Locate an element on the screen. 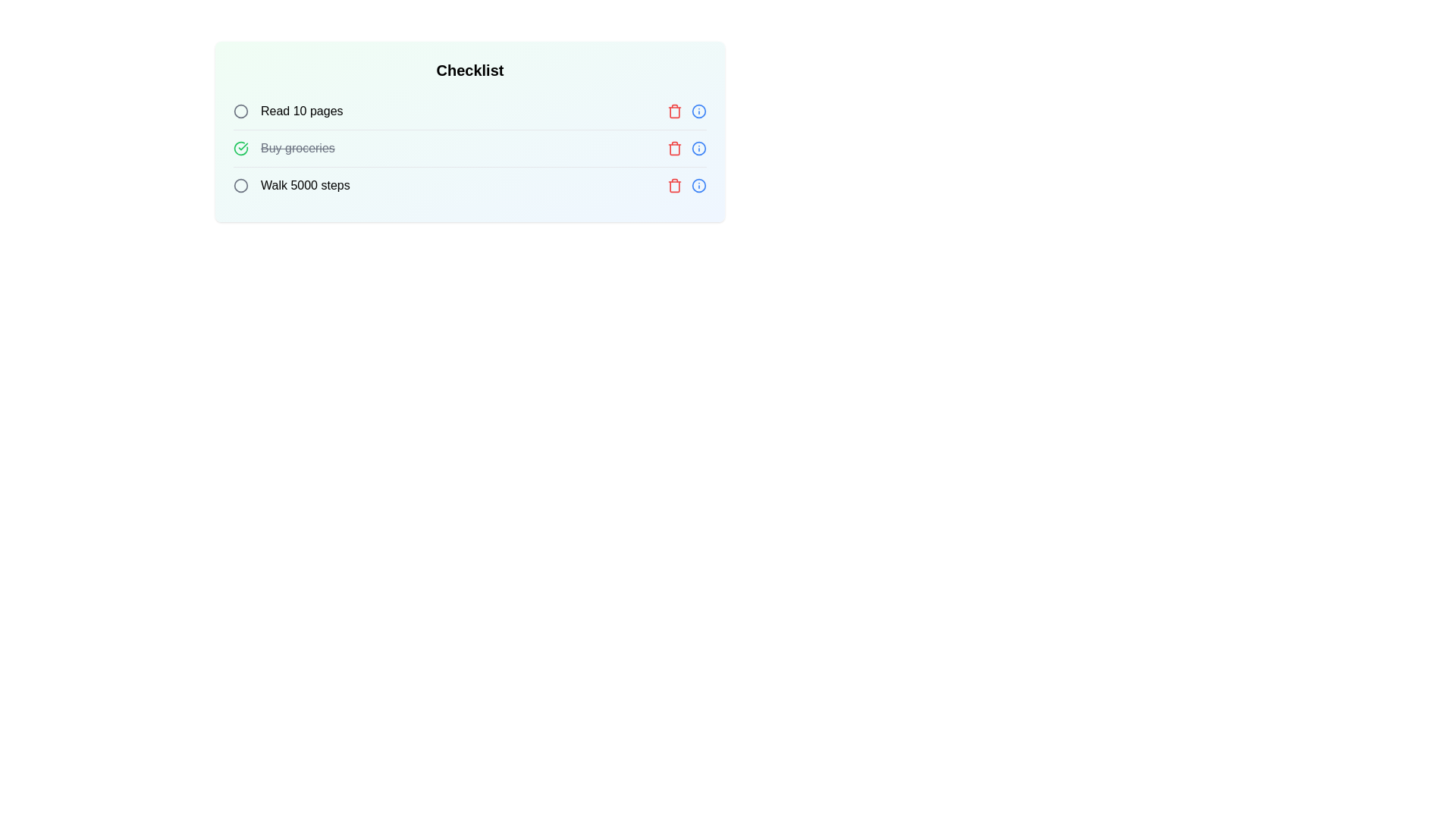 The height and width of the screenshot is (819, 1456). 'Item Info' button for the item labeled 'Read 10 pages' is located at coordinates (698, 110).